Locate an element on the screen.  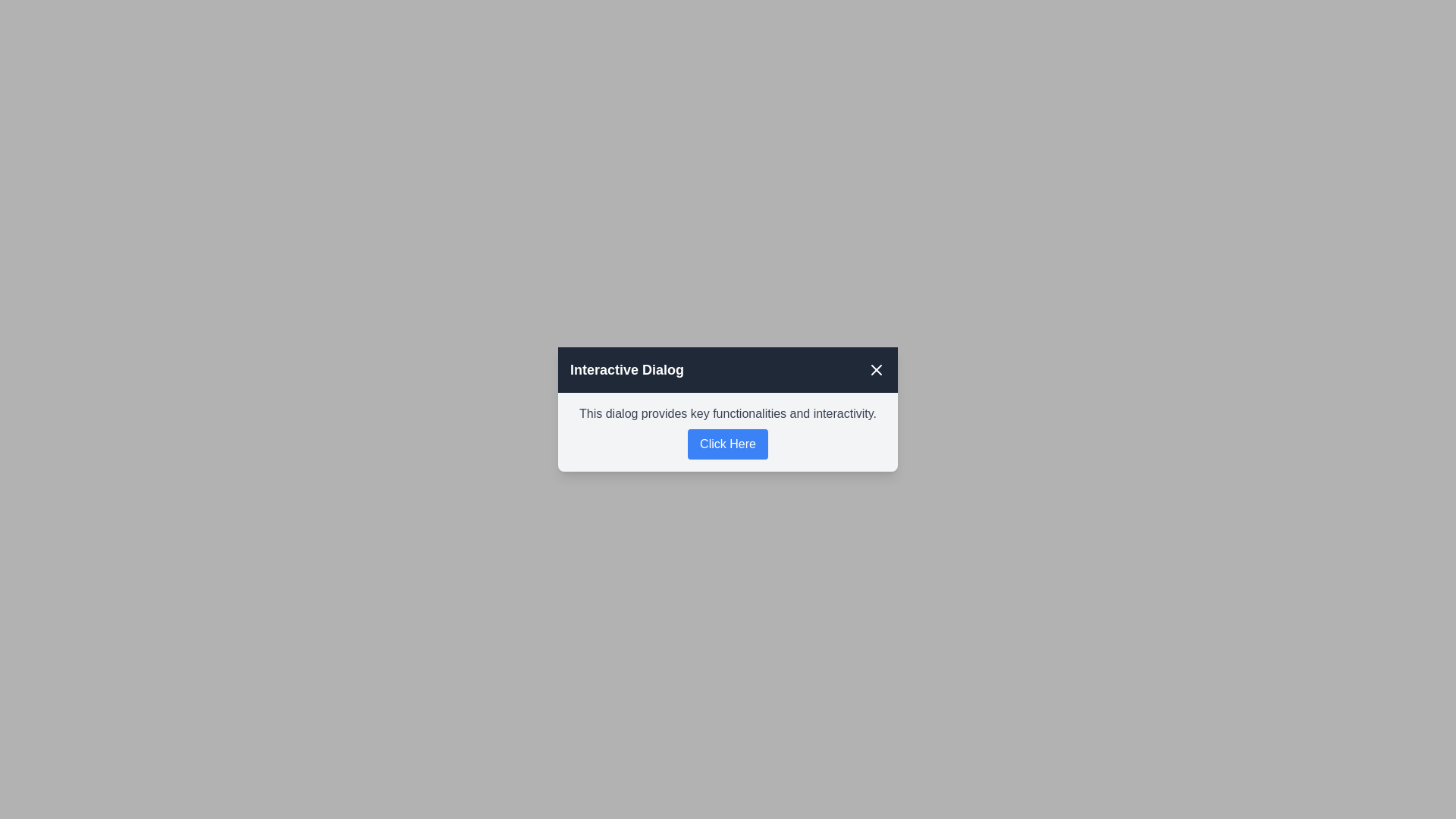
the close button in the top-right corner of the dialog is located at coordinates (877, 370).